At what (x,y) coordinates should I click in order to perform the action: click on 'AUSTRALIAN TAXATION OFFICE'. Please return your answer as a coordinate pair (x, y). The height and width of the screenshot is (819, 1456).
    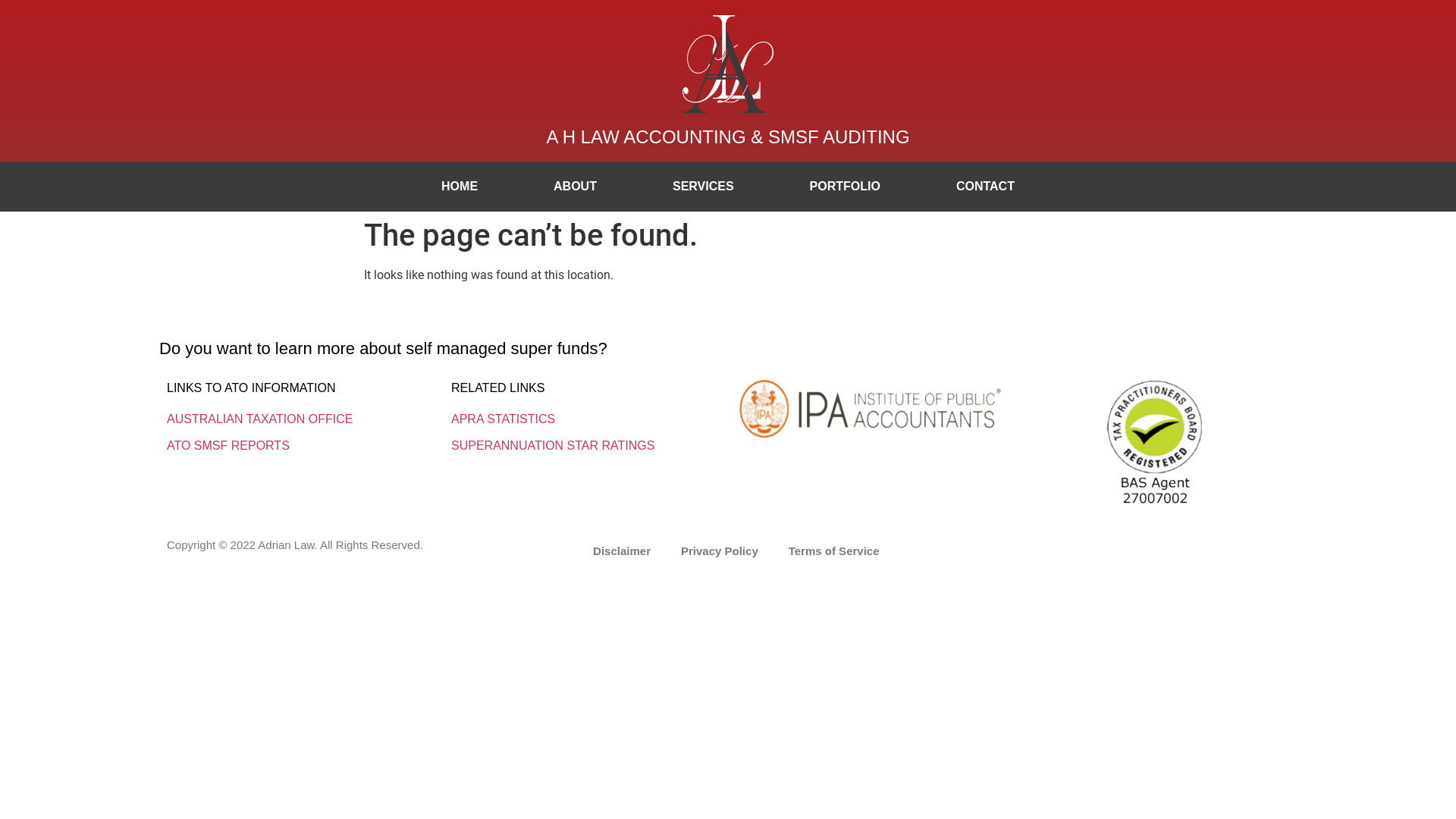
    Looking at the image, I should click on (259, 419).